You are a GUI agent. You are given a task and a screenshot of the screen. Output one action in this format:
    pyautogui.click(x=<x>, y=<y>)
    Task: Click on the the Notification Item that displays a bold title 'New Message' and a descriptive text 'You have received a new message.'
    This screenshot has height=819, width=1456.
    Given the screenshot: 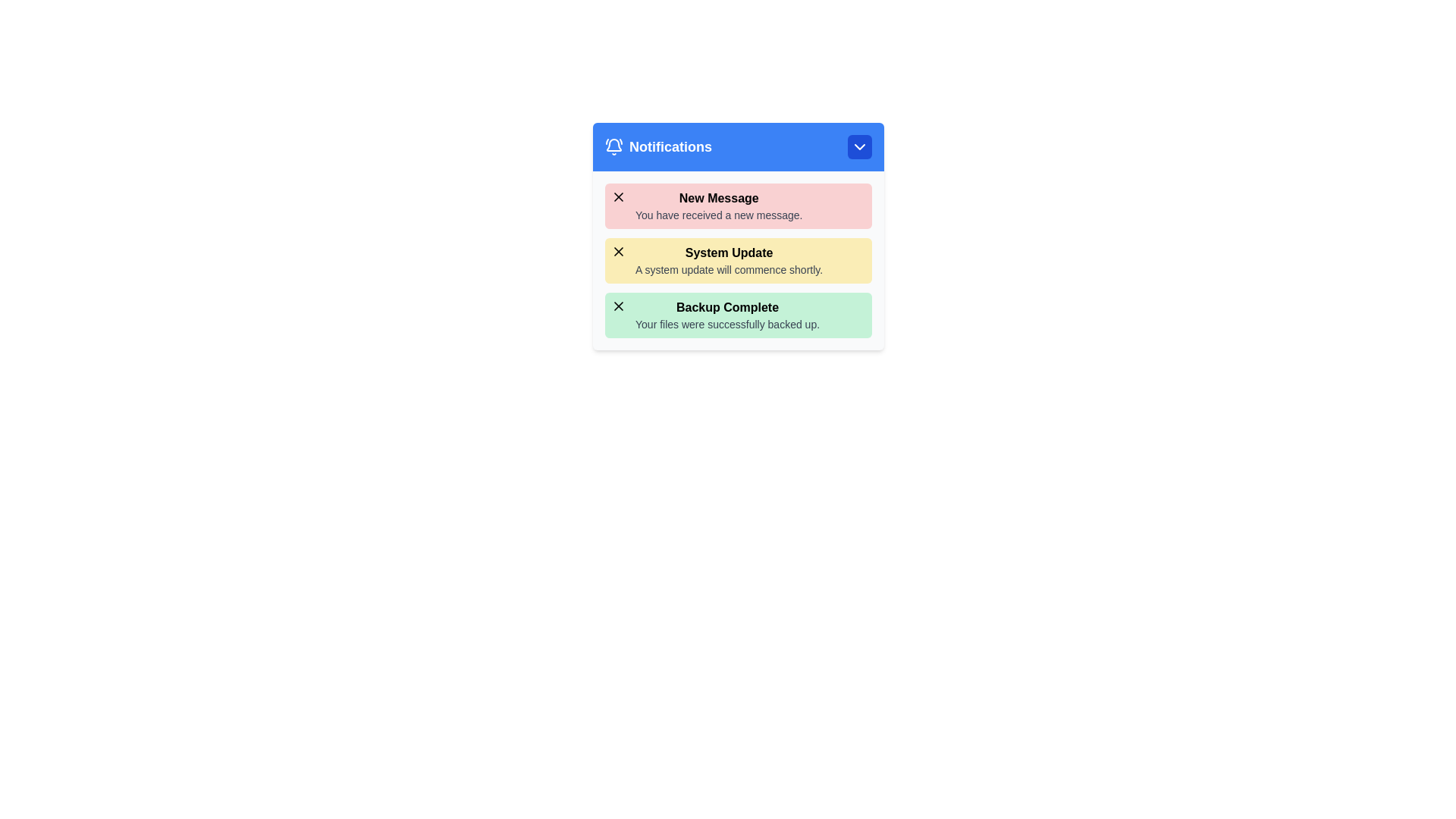 What is the action you would take?
    pyautogui.click(x=718, y=206)
    